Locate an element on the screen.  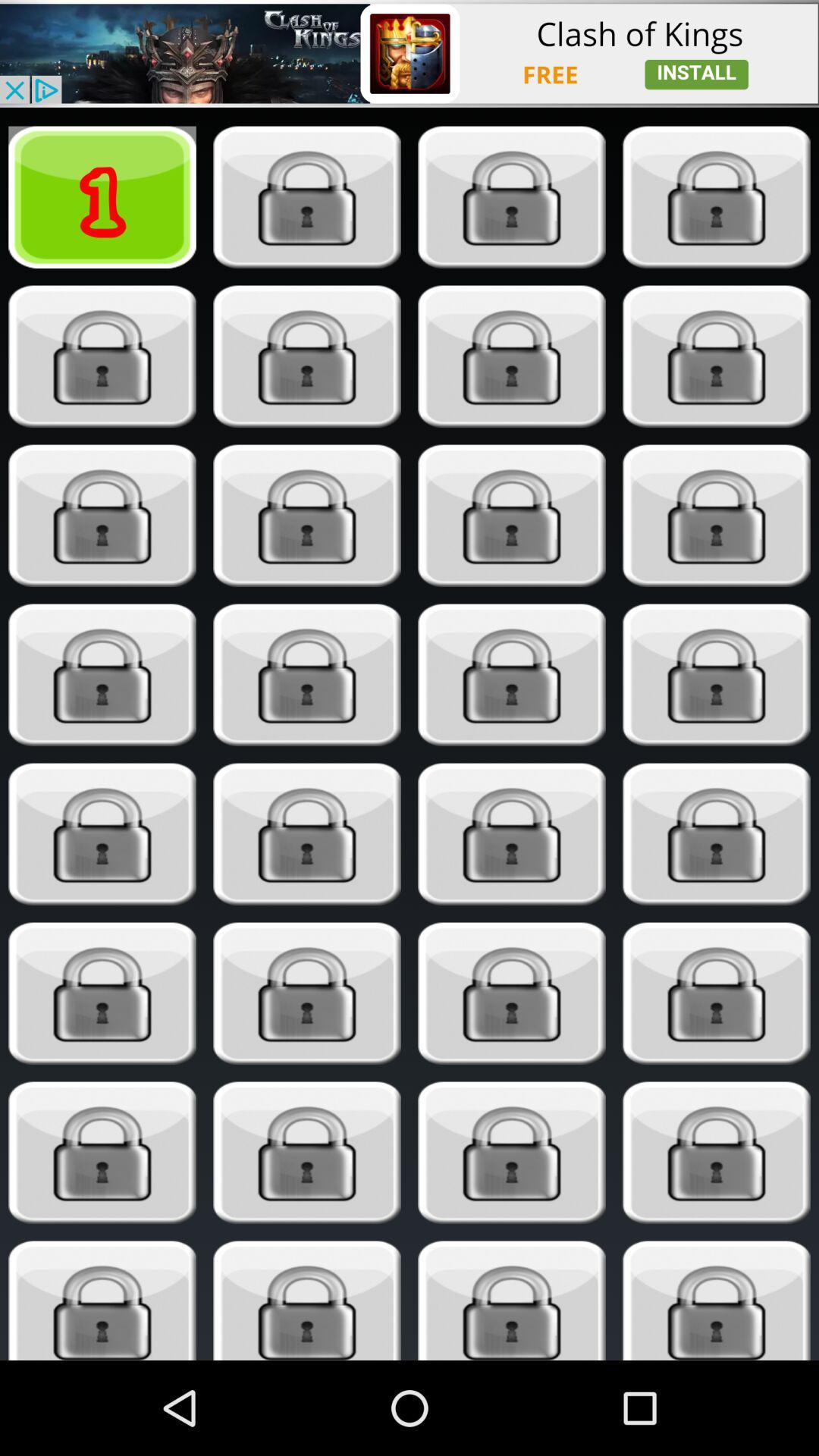
locked level is located at coordinates (102, 1153).